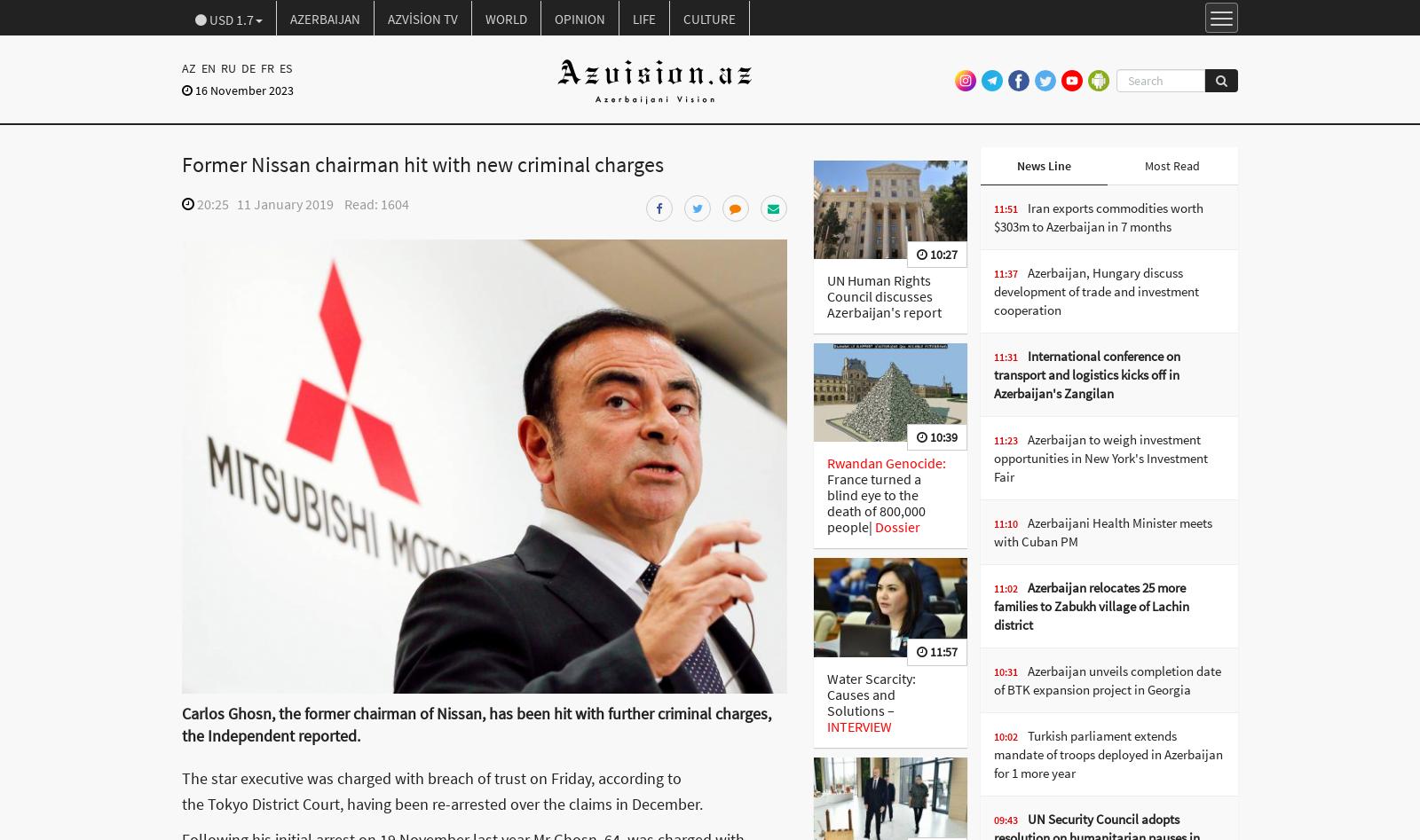 Image resolution: width=1420 pixels, height=840 pixels. I want to click on '11:51', so click(993, 208).